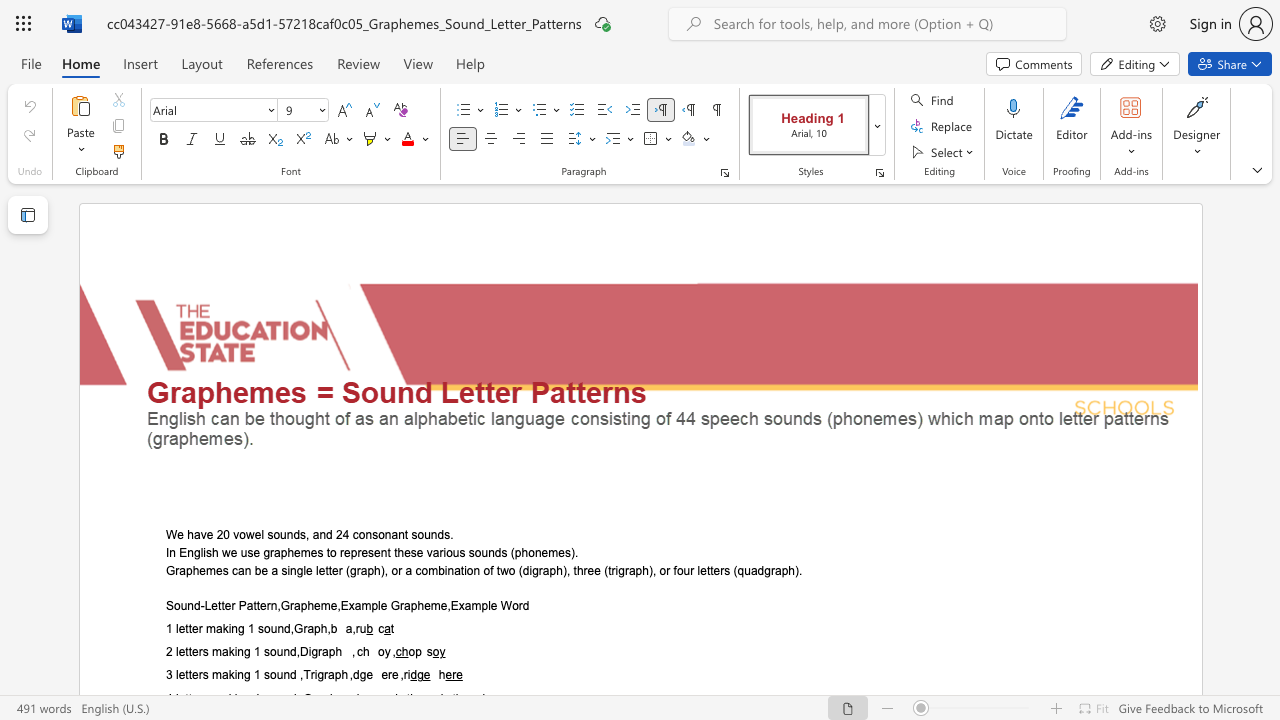  I want to click on the 4th character "m" in the text, so click(475, 605).